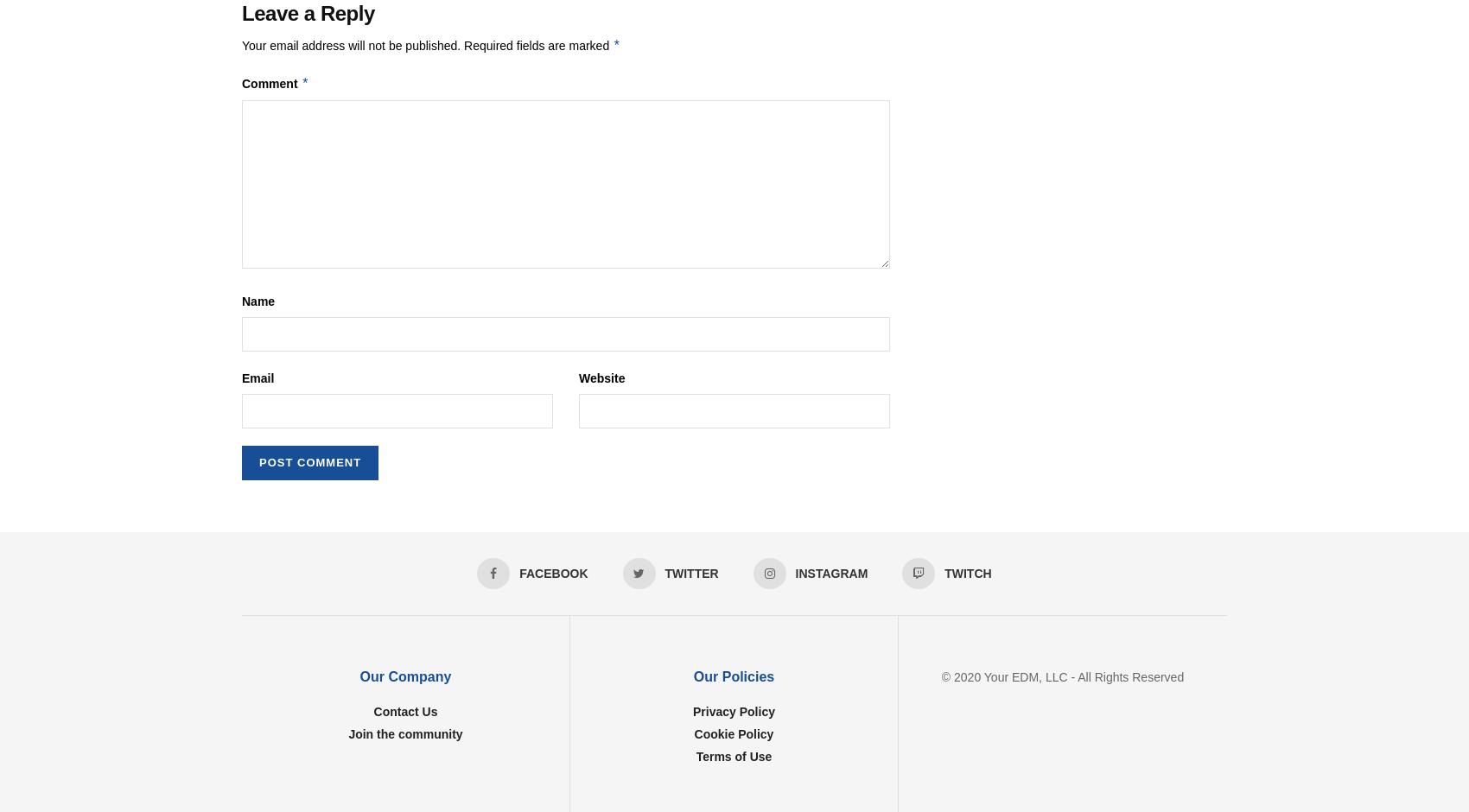  I want to click on 'Website', so click(578, 377).